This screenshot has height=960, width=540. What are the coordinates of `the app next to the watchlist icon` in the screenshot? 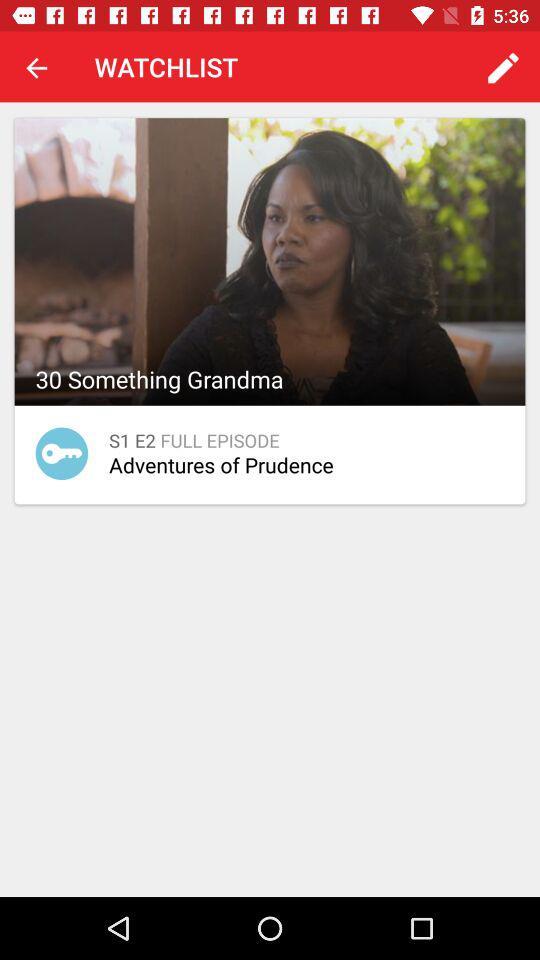 It's located at (36, 67).